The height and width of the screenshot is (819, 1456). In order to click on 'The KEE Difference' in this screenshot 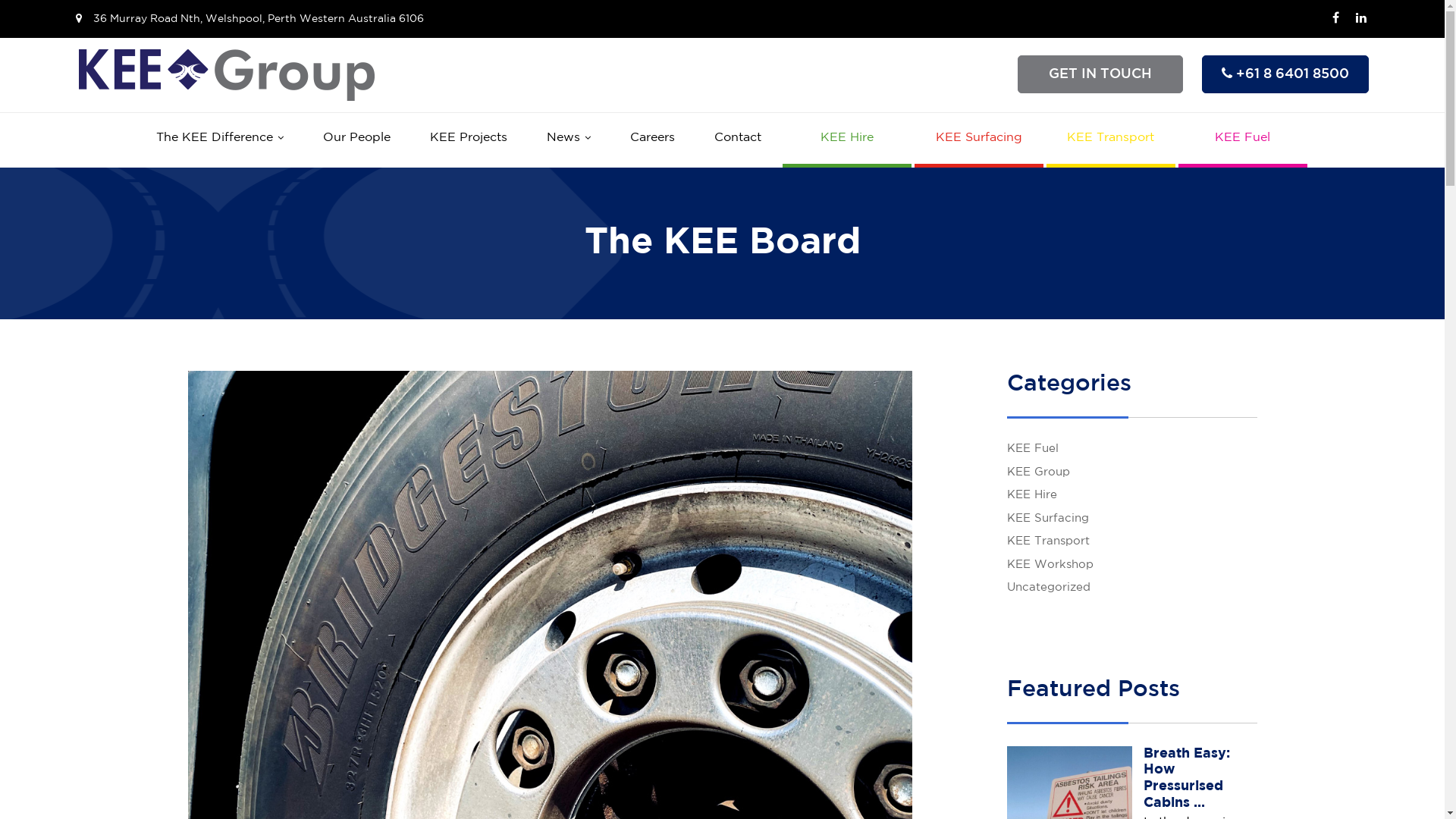, I will do `click(218, 137)`.